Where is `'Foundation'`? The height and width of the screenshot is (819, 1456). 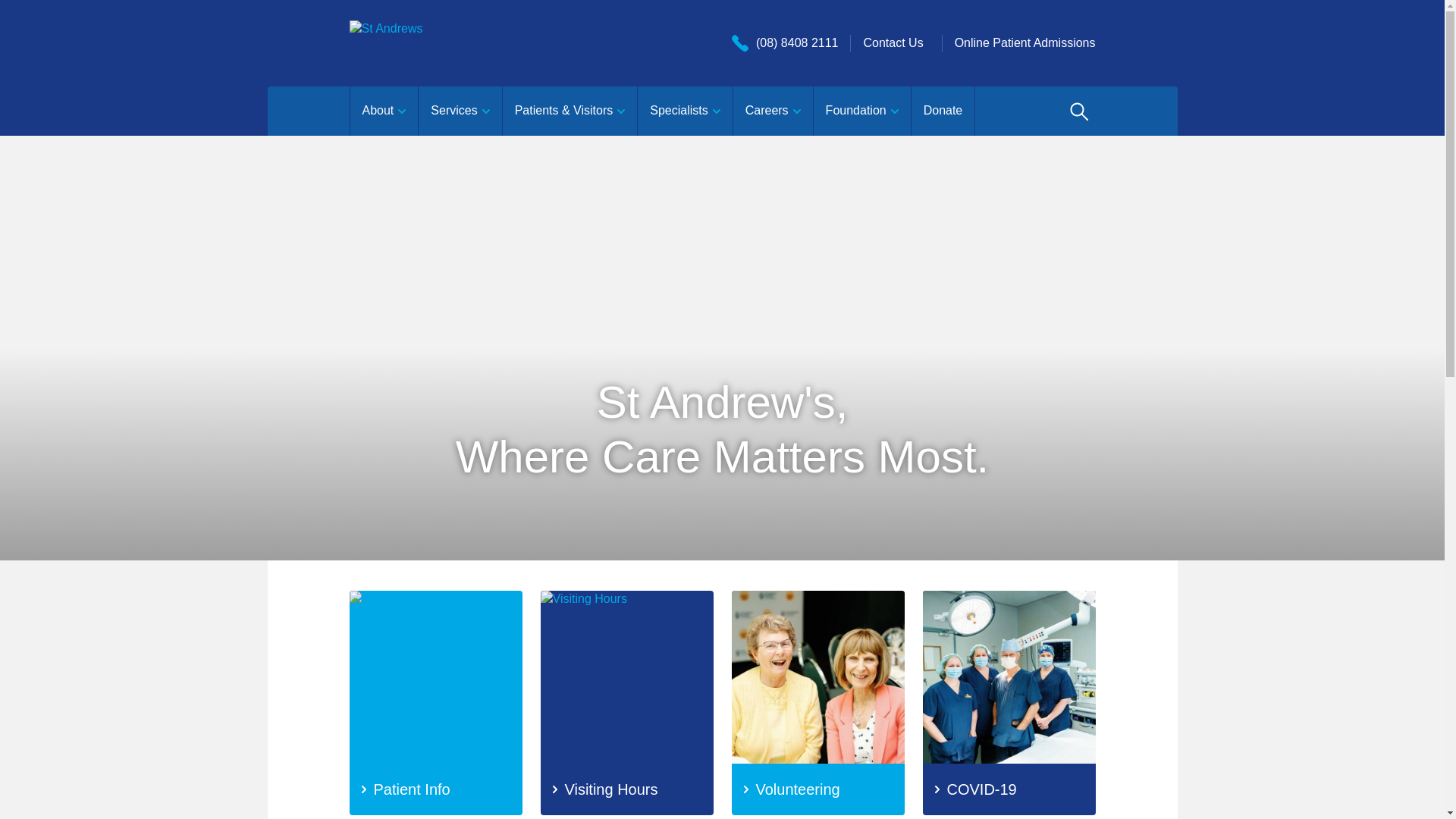
'Foundation' is located at coordinates (861, 110).